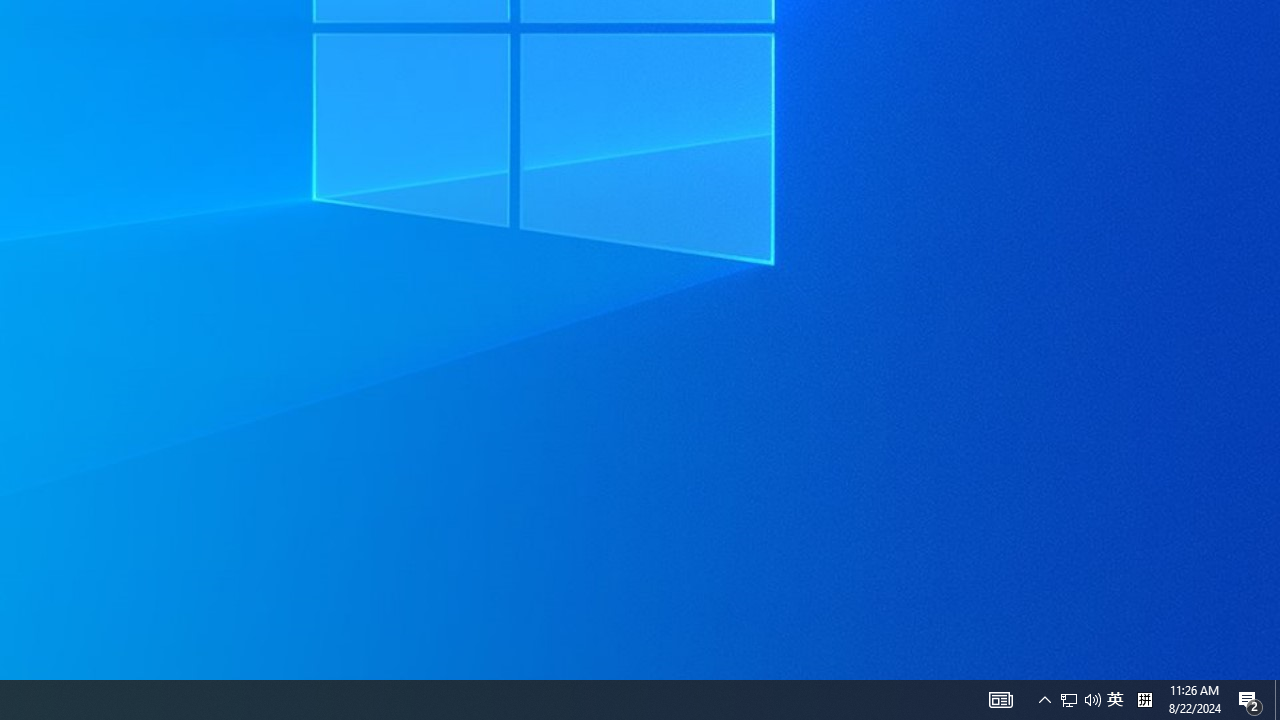 The height and width of the screenshot is (720, 1280). What do you see at coordinates (1144, 698) in the screenshot?
I see `'Tray Input Indicator - Chinese (Simplified, China)'` at bounding box center [1144, 698].